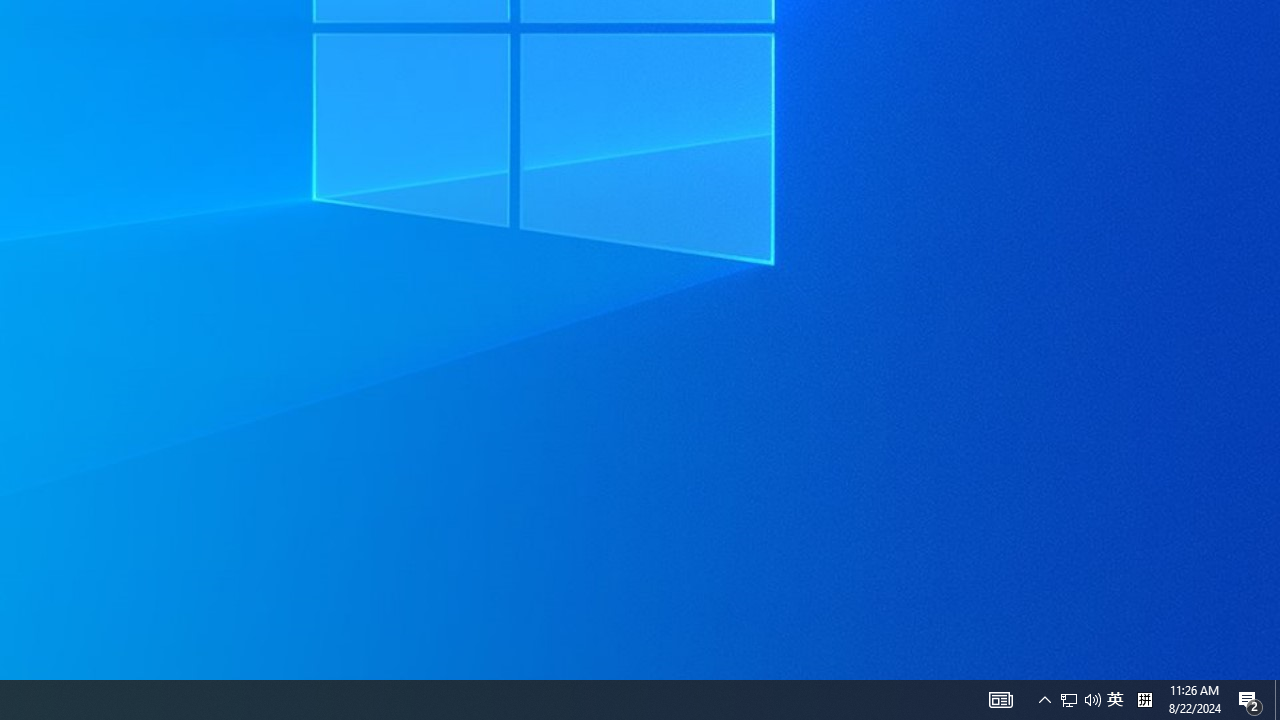 The height and width of the screenshot is (720, 1280). What do you see at coordinates (1144, 698) in the screenshot?
I see `'Tray Input Indicator - Chinese (Simplified, China)'` at bounding box center [1144, 698].